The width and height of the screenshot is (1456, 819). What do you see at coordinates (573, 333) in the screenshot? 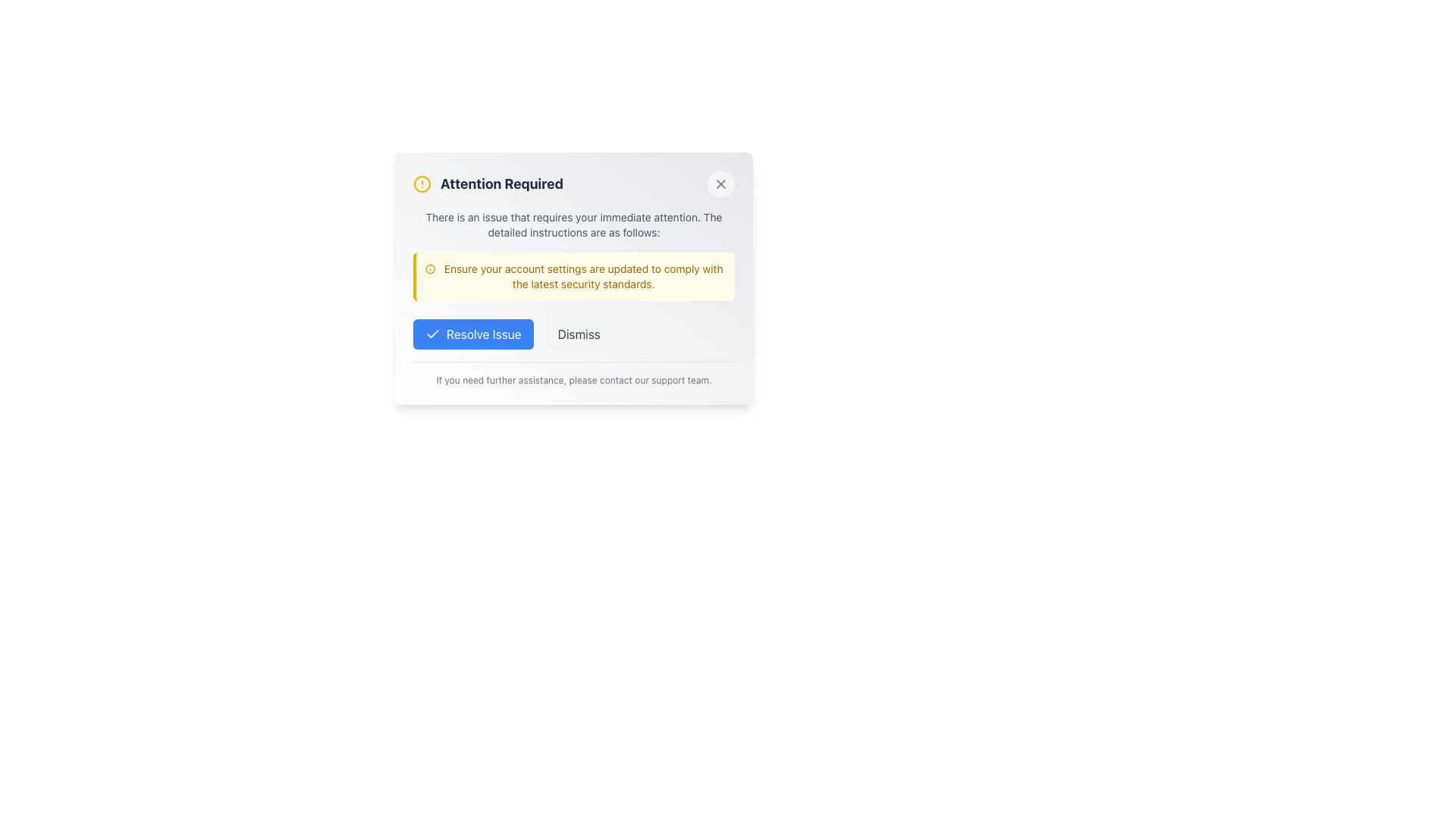
I see `the dismiss button located at the rightmost position of the button group at the bottom of the card interface` at bounding box center [573, 333].